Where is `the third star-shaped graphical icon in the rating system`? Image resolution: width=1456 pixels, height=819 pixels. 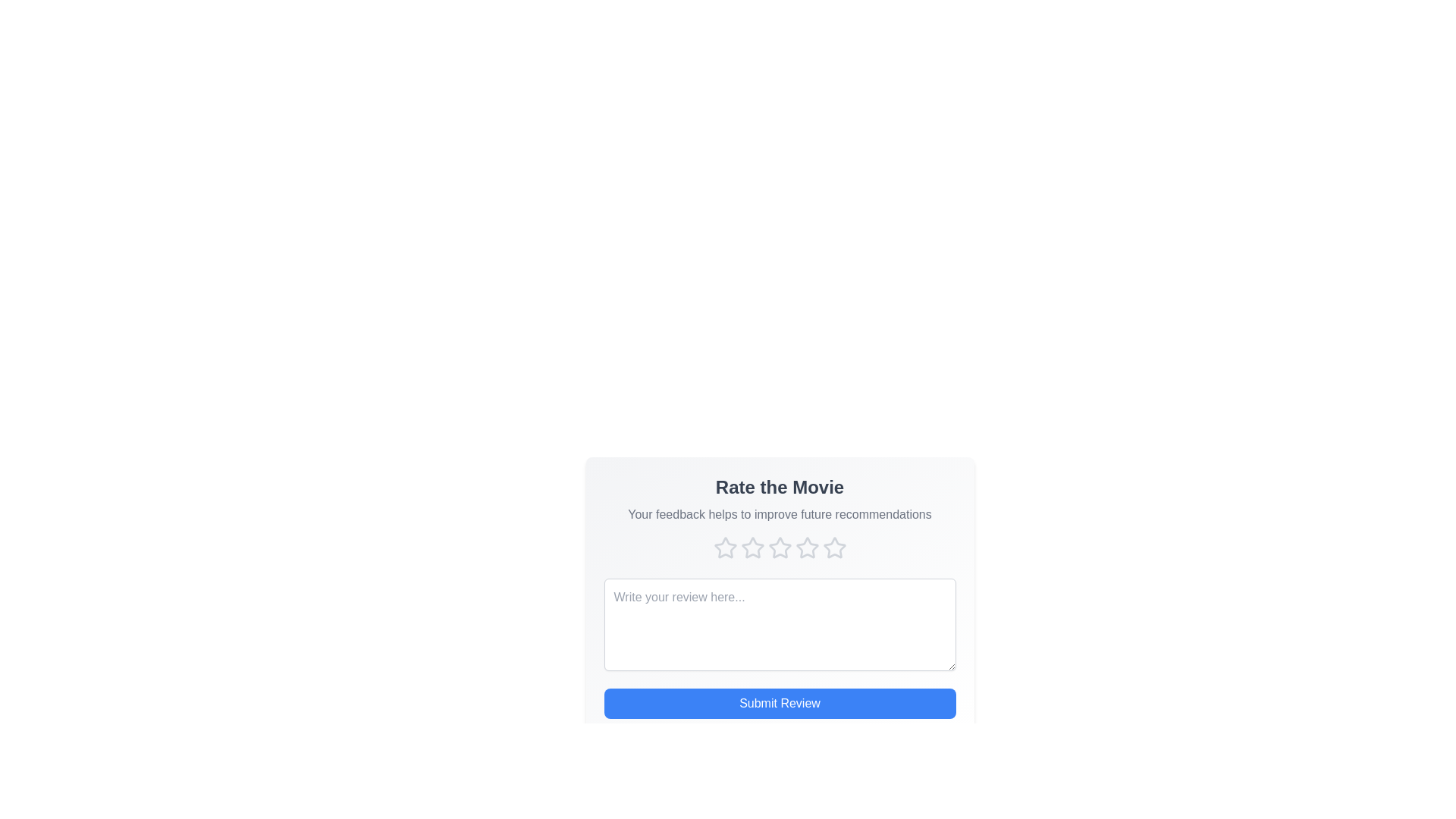 the third star-shaped graphical icon in the rating system is located at coordinates (779, 547).